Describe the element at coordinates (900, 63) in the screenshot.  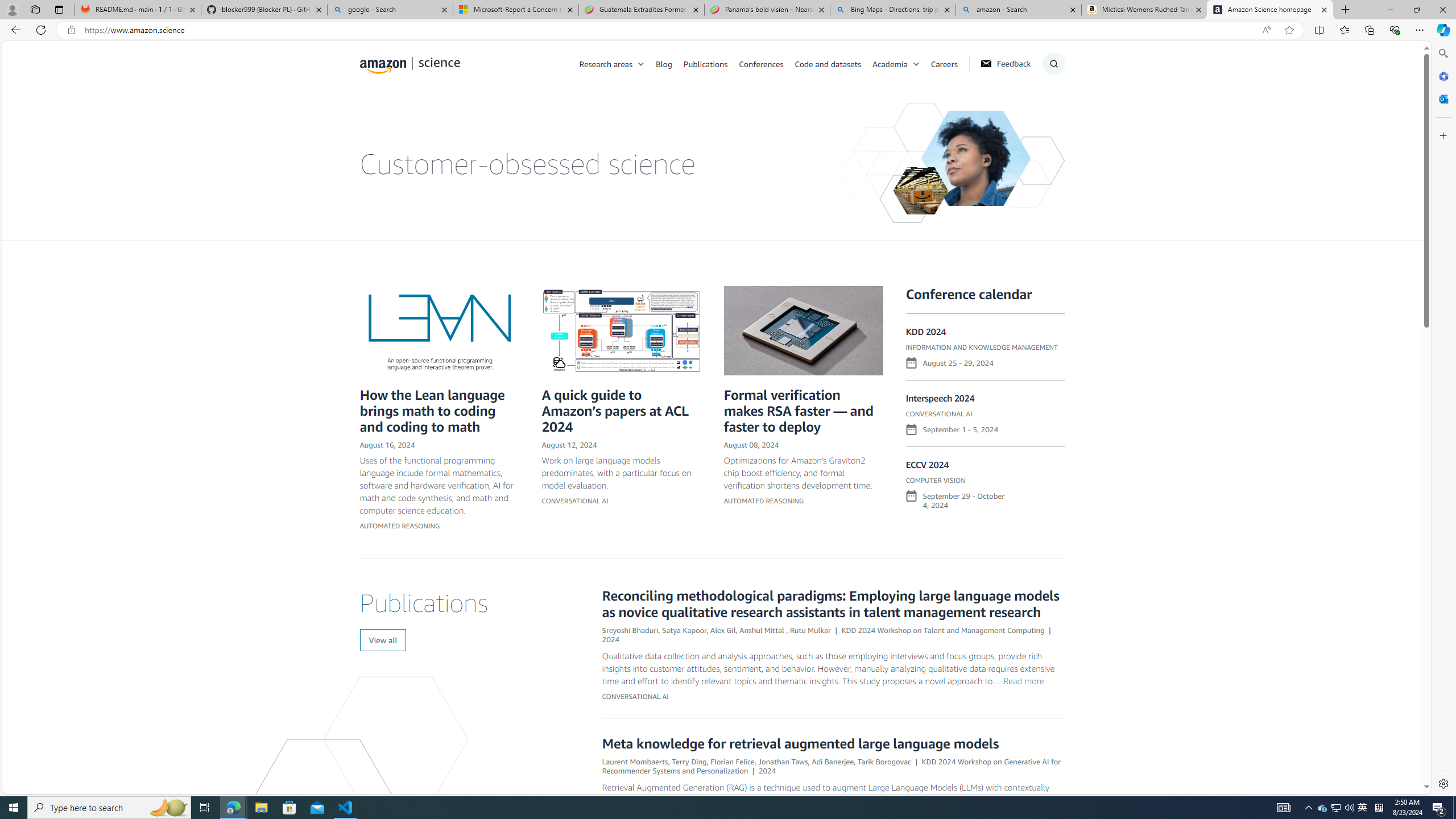
I see `'Academia'` at that location.